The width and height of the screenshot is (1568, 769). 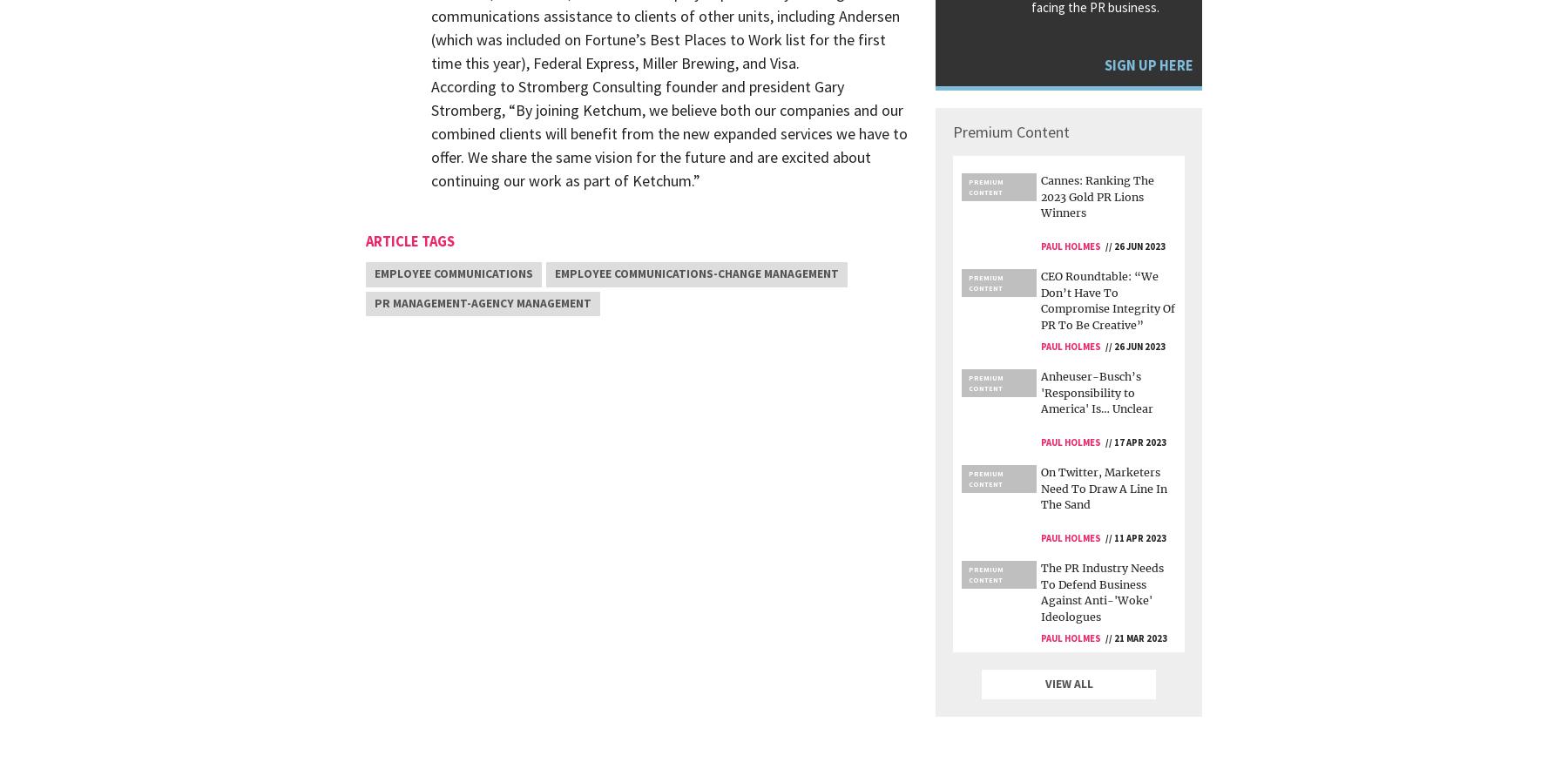 What do you see at coordinates (1098, 196) in the screenshot?
I see `'Cannes: Ranking The 2023 Gold PR Lions Winners'` at bounding box center [1098, 196].